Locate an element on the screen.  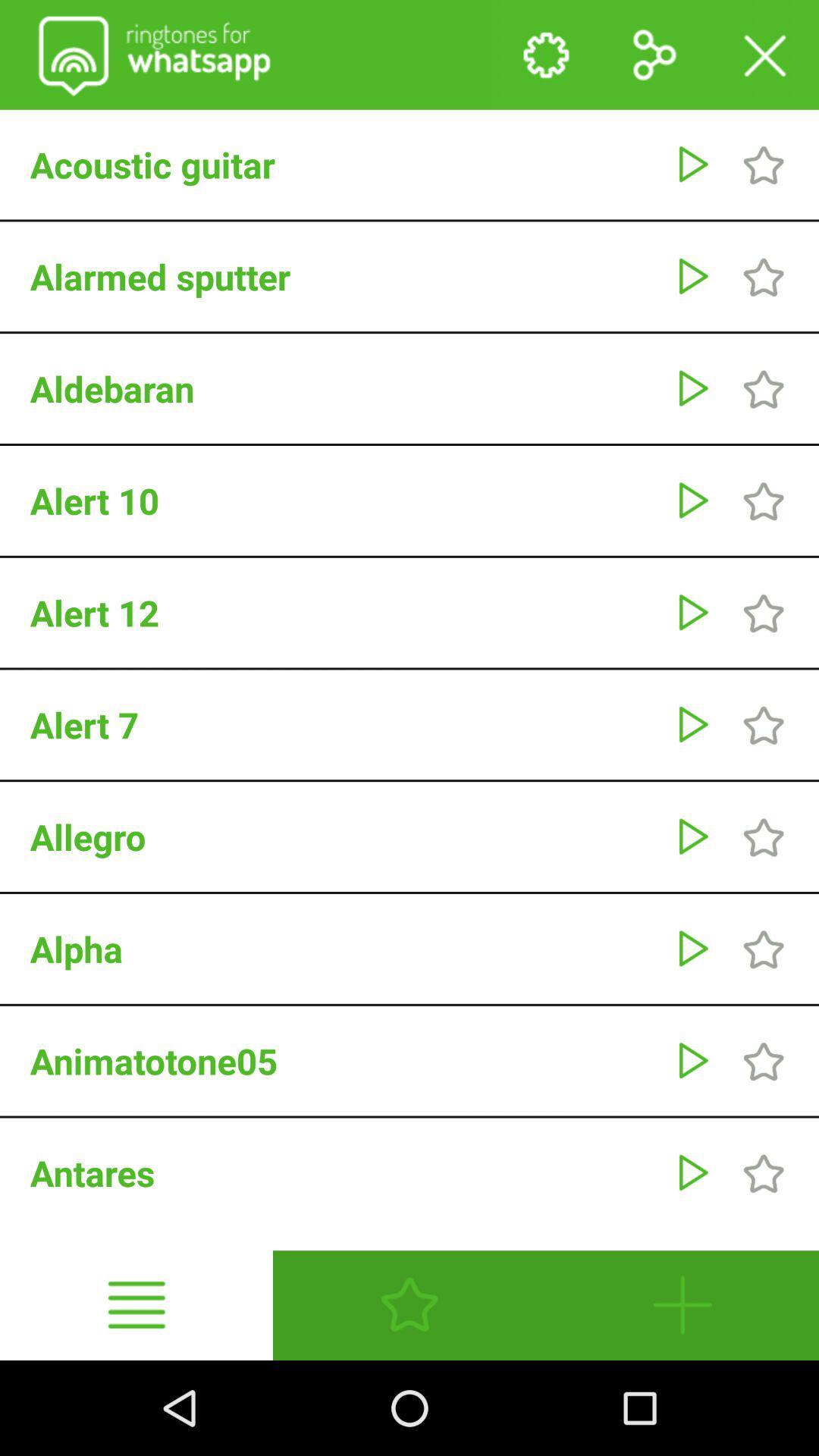
the alarmed sputter is located at coordinates (344, 276).